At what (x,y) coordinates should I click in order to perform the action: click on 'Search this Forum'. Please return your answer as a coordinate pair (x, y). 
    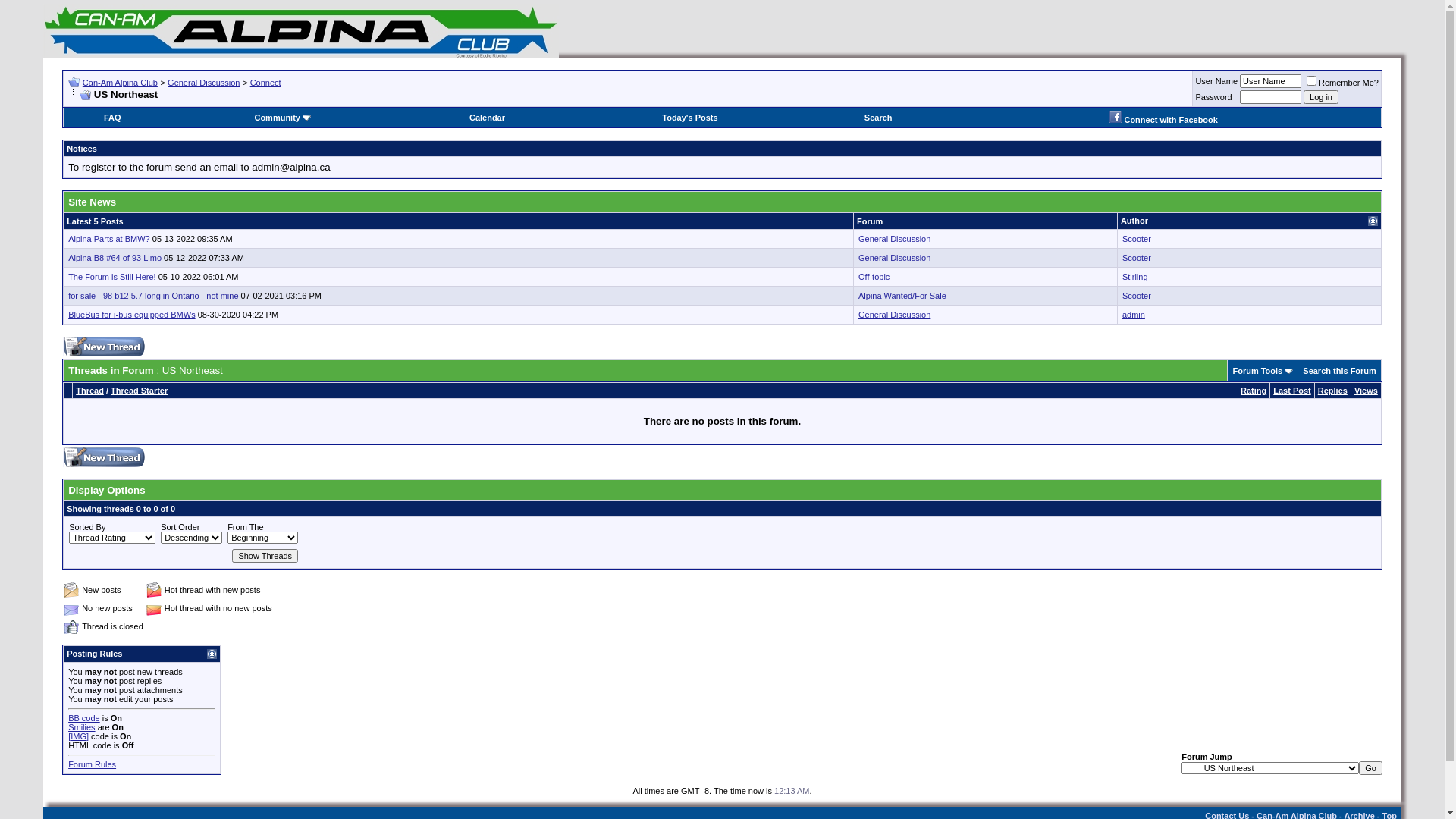
    Looking at the image, I should click on (1339, 370).